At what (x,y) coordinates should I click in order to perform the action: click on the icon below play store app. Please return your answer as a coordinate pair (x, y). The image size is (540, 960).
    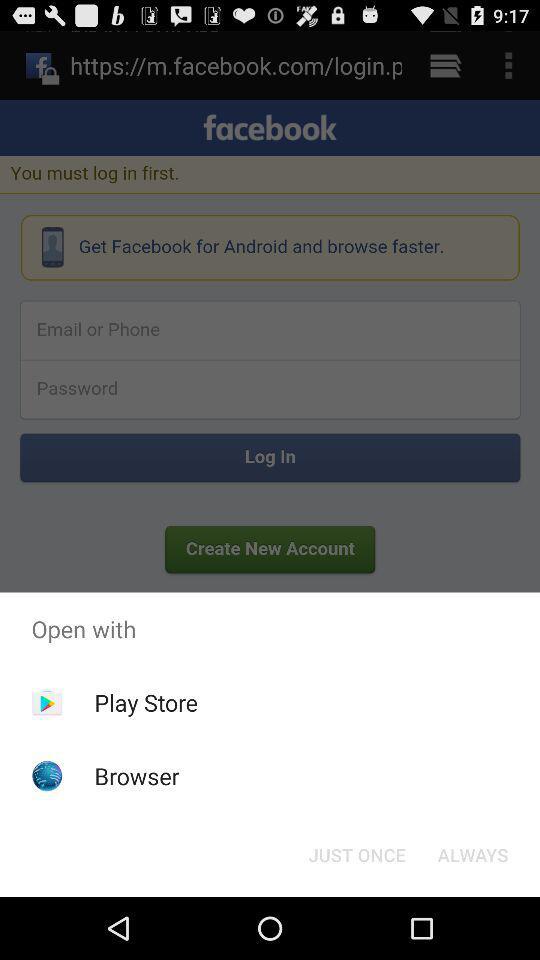
    Looking at the image, I should click on (136, 775).